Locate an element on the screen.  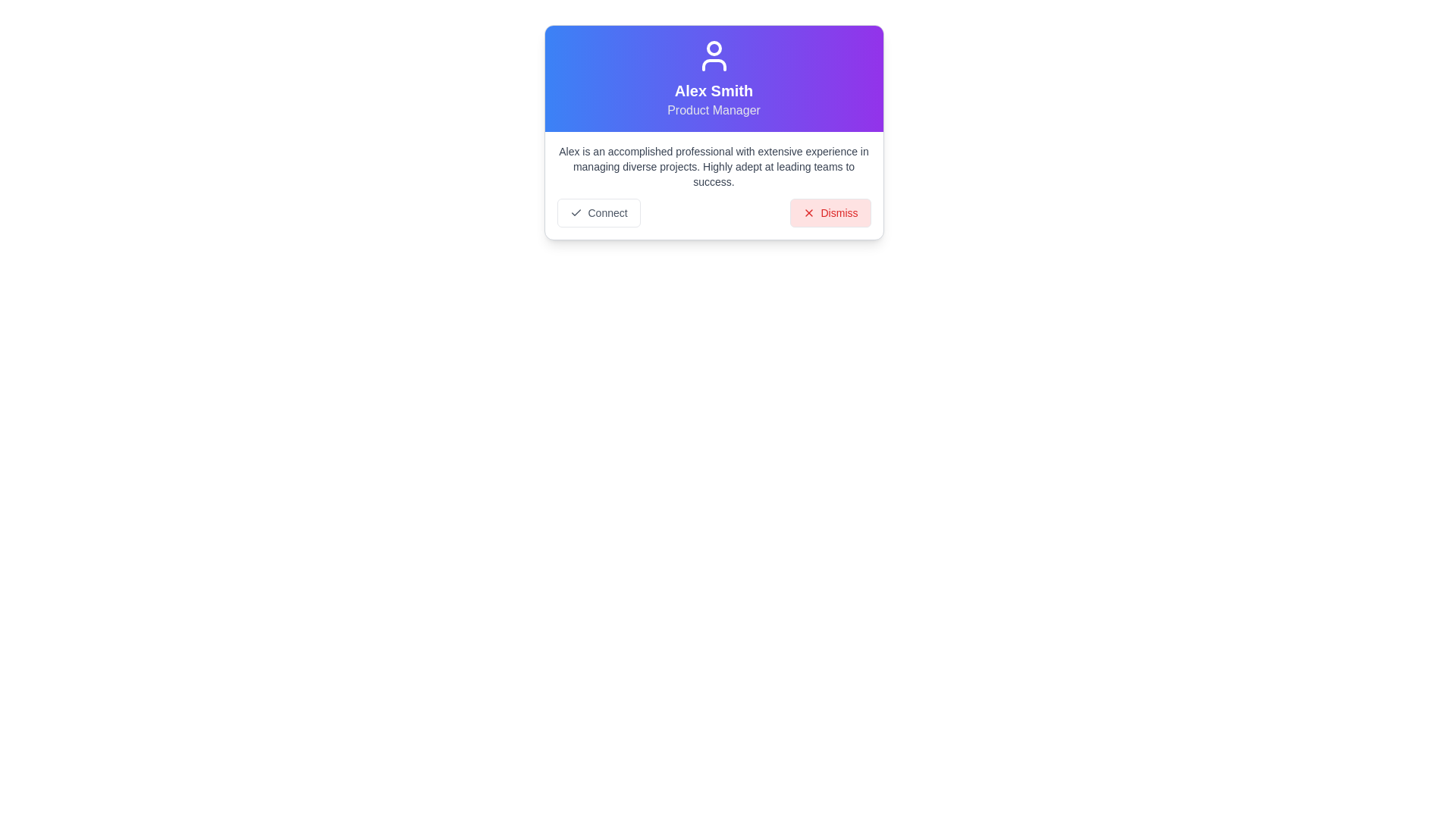
the circular SVG element that is part of the decorative icon above the text 'Alex Smith' is located at coordinates (713, 48).